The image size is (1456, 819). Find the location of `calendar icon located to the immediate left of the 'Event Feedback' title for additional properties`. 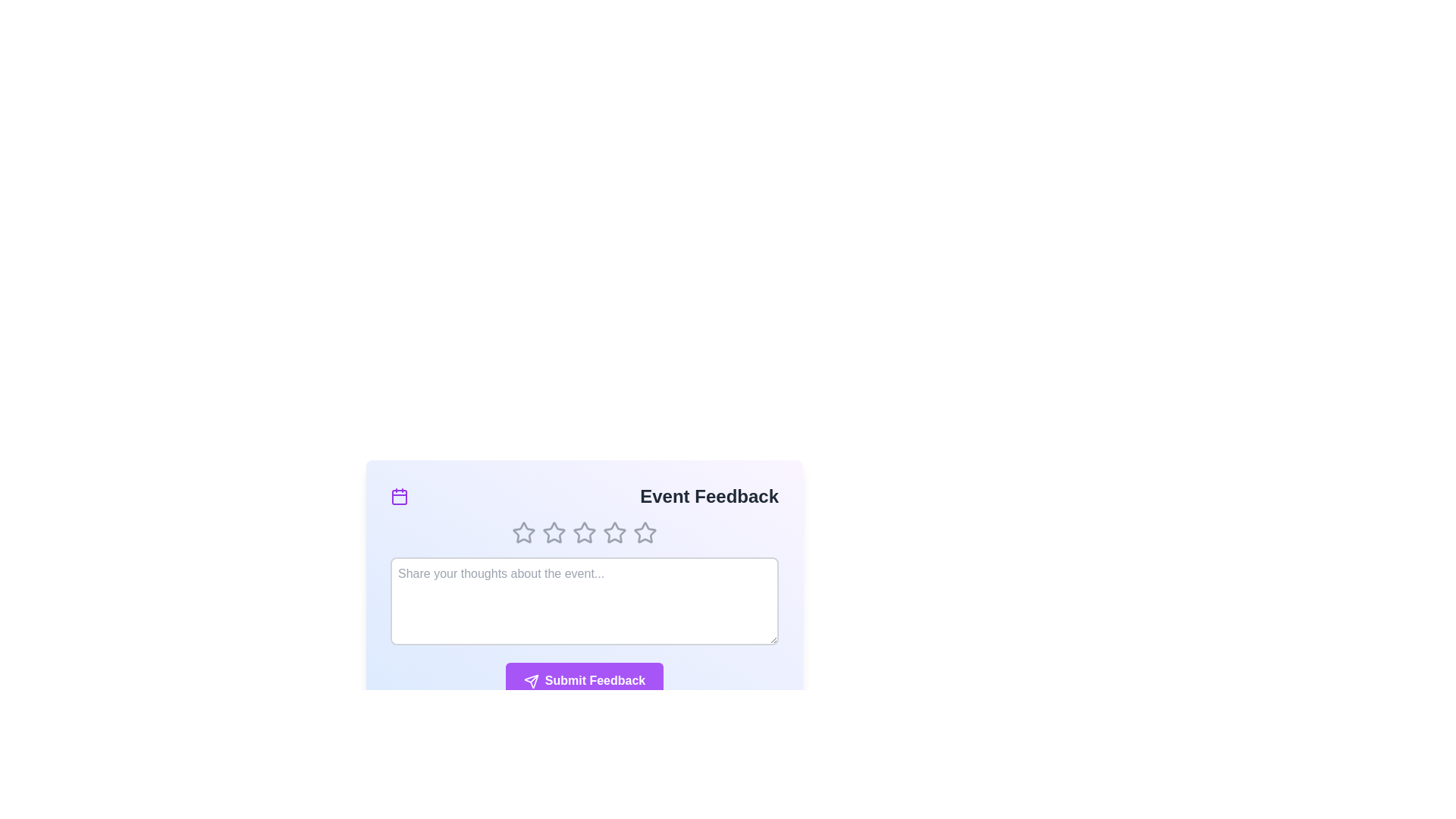

calendar icon located to the immediate left of the 'Event Feedback' title for additional properties is located at coordinates (400, 497).